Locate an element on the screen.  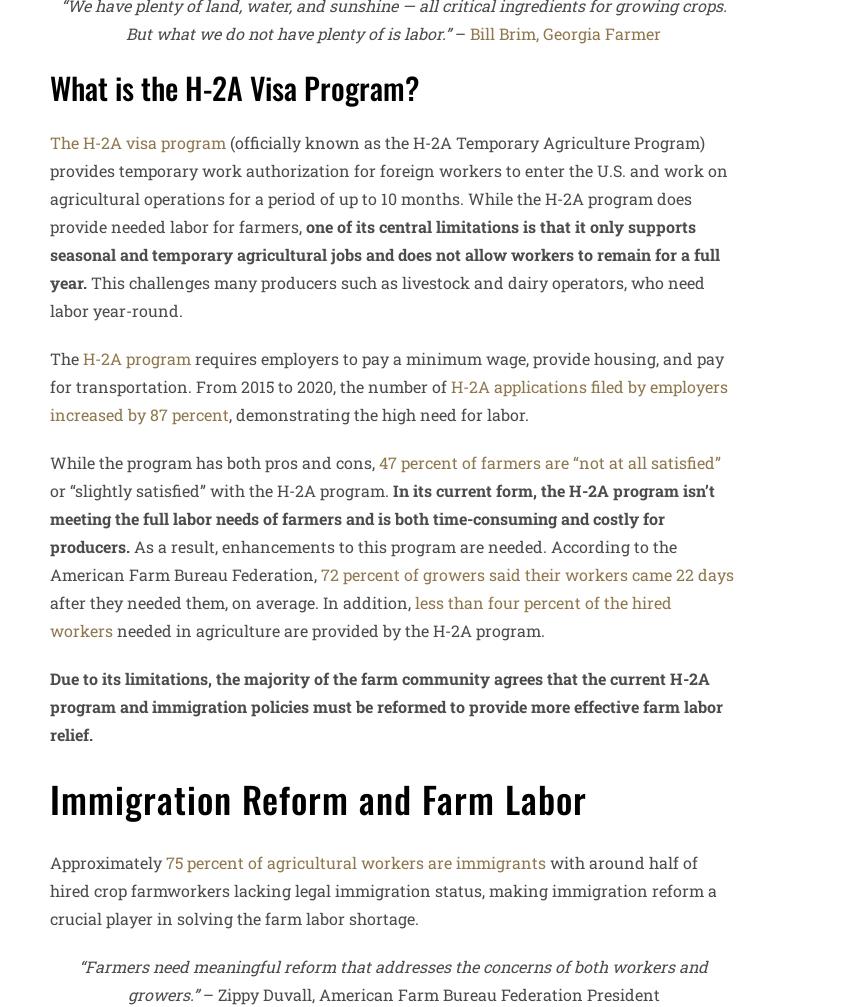
'or “slightly satisfied” with the H-2A program.' is located at coordinates (221, 489).